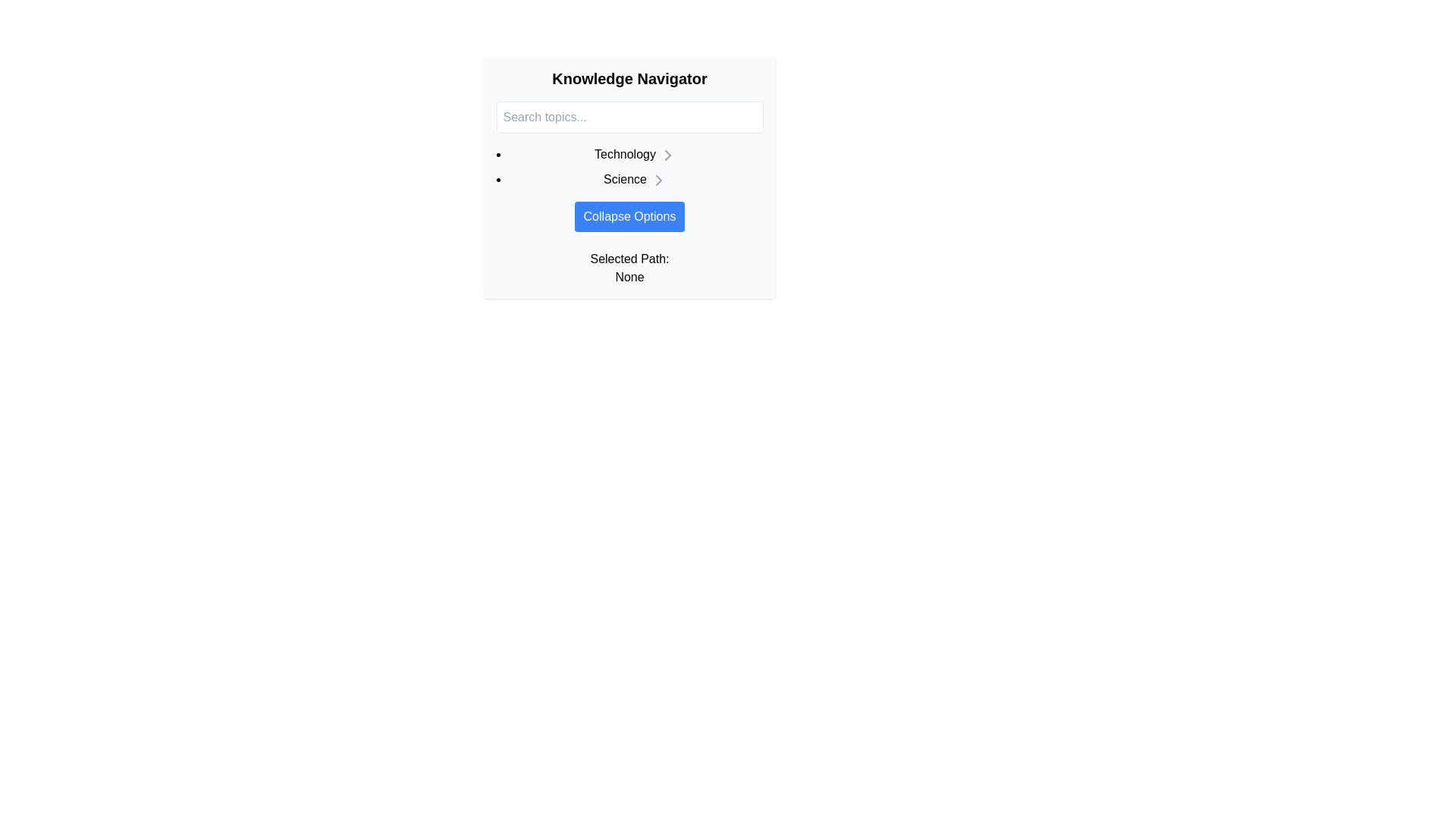 The image size is (1456, 819). What do you see at coordinates (629, 176) in the screenshot?
I see `the text link displaying 'Science', which is the second clickable term in the 'Knowledge Navigator' section under the search bar` at bounding box center [629, 176].